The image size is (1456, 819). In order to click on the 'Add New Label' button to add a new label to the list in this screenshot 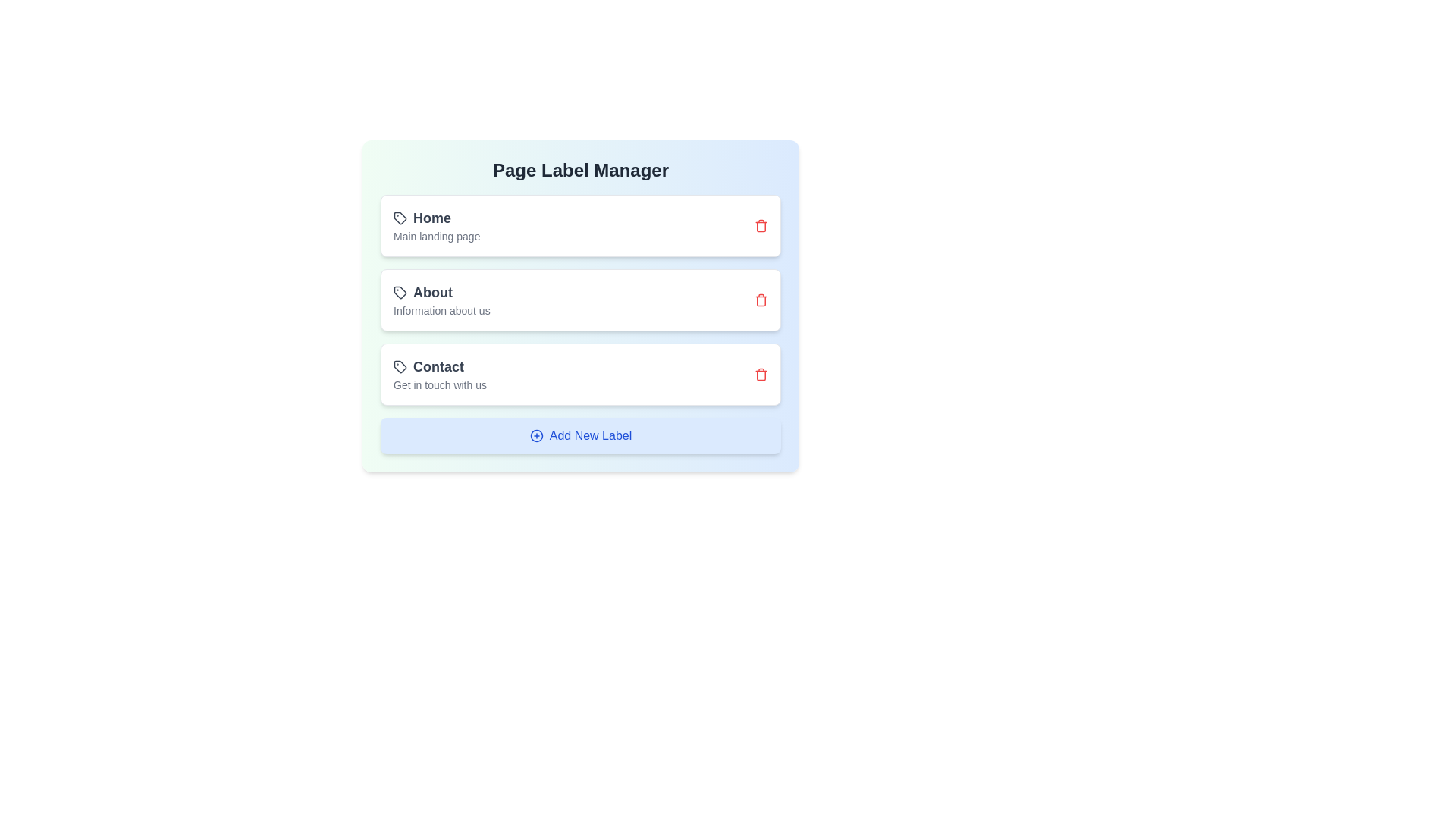, I will do `click(580, 435)`.